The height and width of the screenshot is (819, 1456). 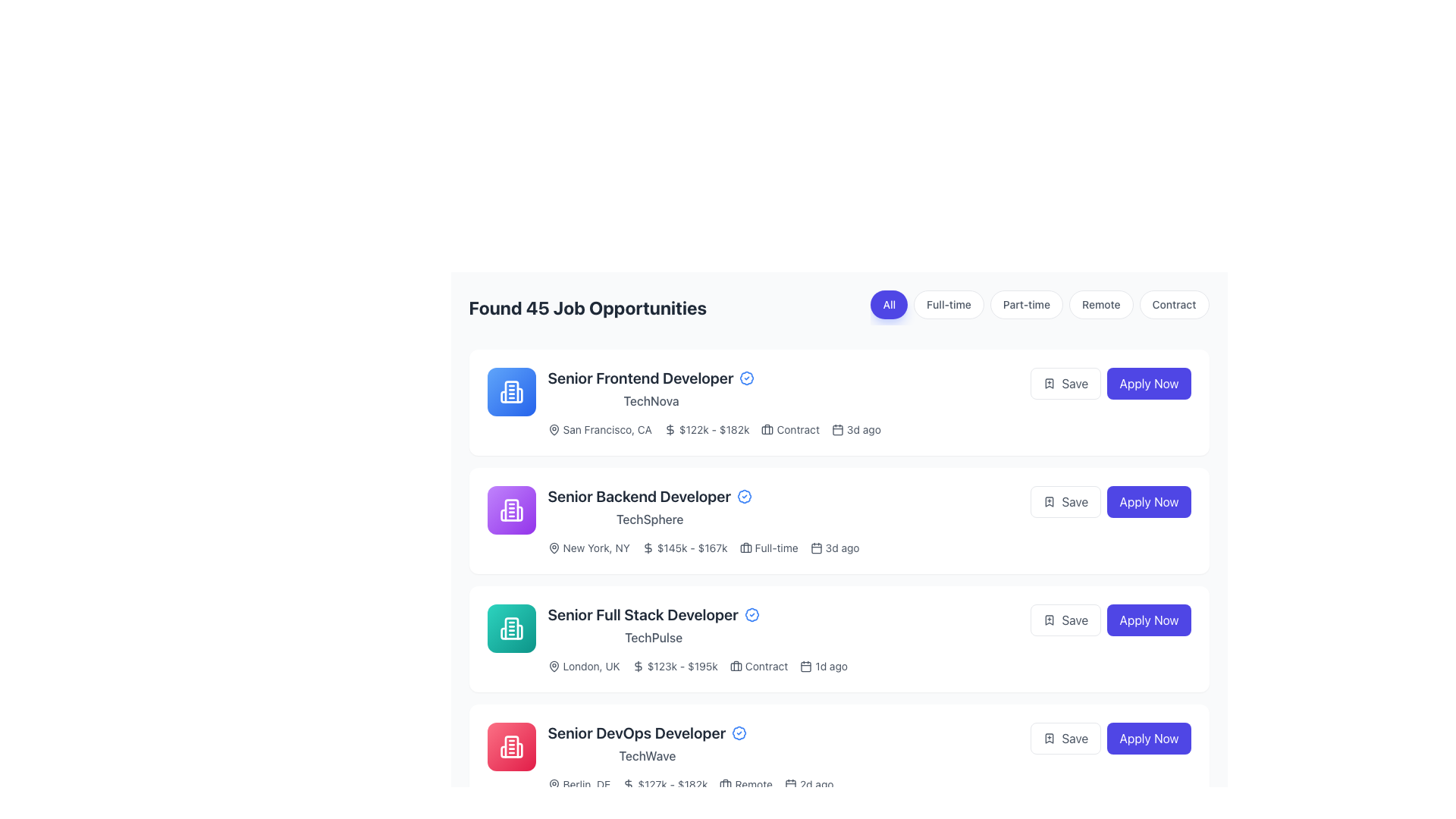 What do you see at coordinates (511, 391) in the screenshot?
I see `the icon representing the job category for 'Senior Frontend Developer', located at the top-left corner of the list entry next to the job title` at bounding box center [511, 391].